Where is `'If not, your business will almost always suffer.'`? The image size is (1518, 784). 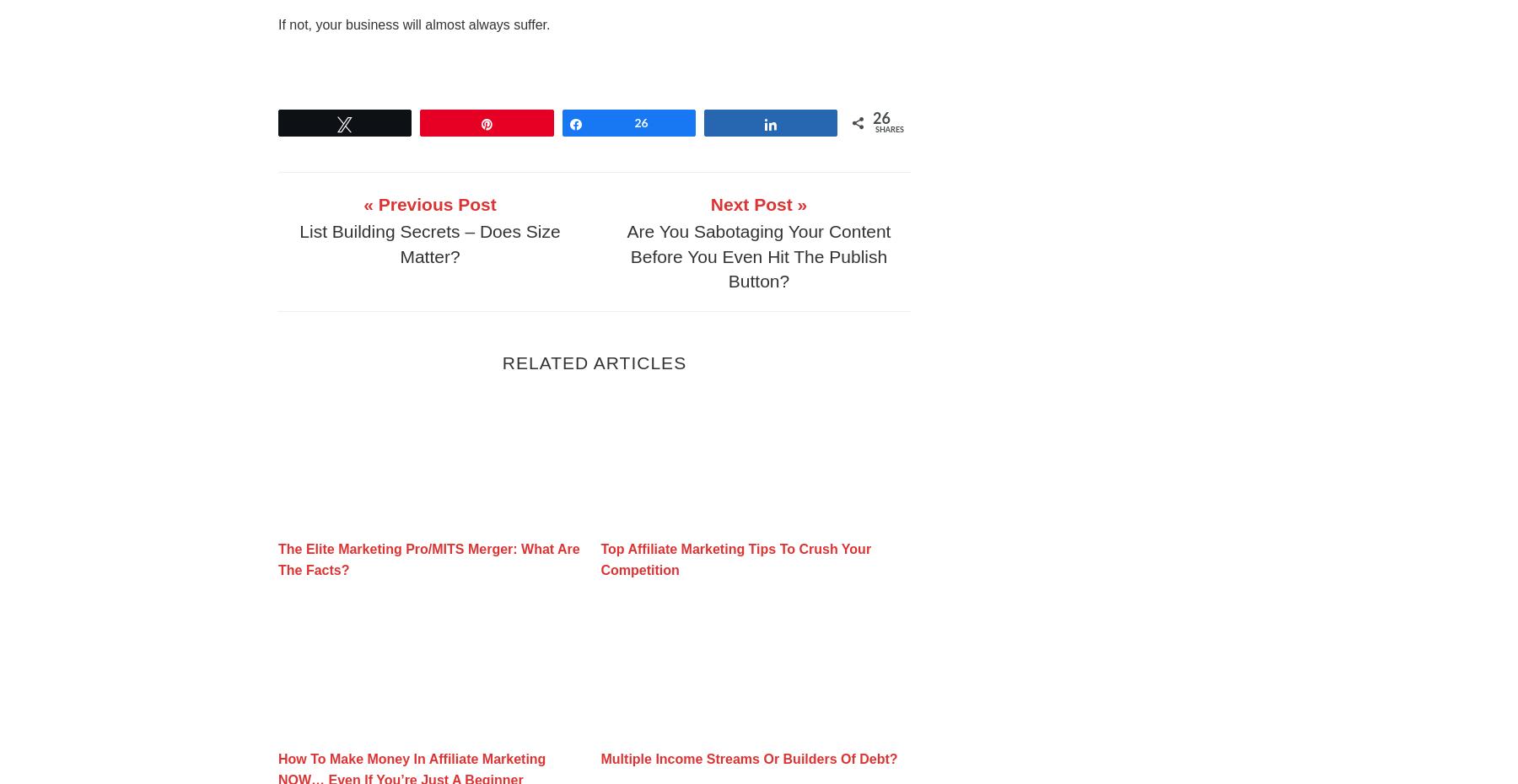 'If not, your business will almost always suffer.' is located at coordinates (413, 23).